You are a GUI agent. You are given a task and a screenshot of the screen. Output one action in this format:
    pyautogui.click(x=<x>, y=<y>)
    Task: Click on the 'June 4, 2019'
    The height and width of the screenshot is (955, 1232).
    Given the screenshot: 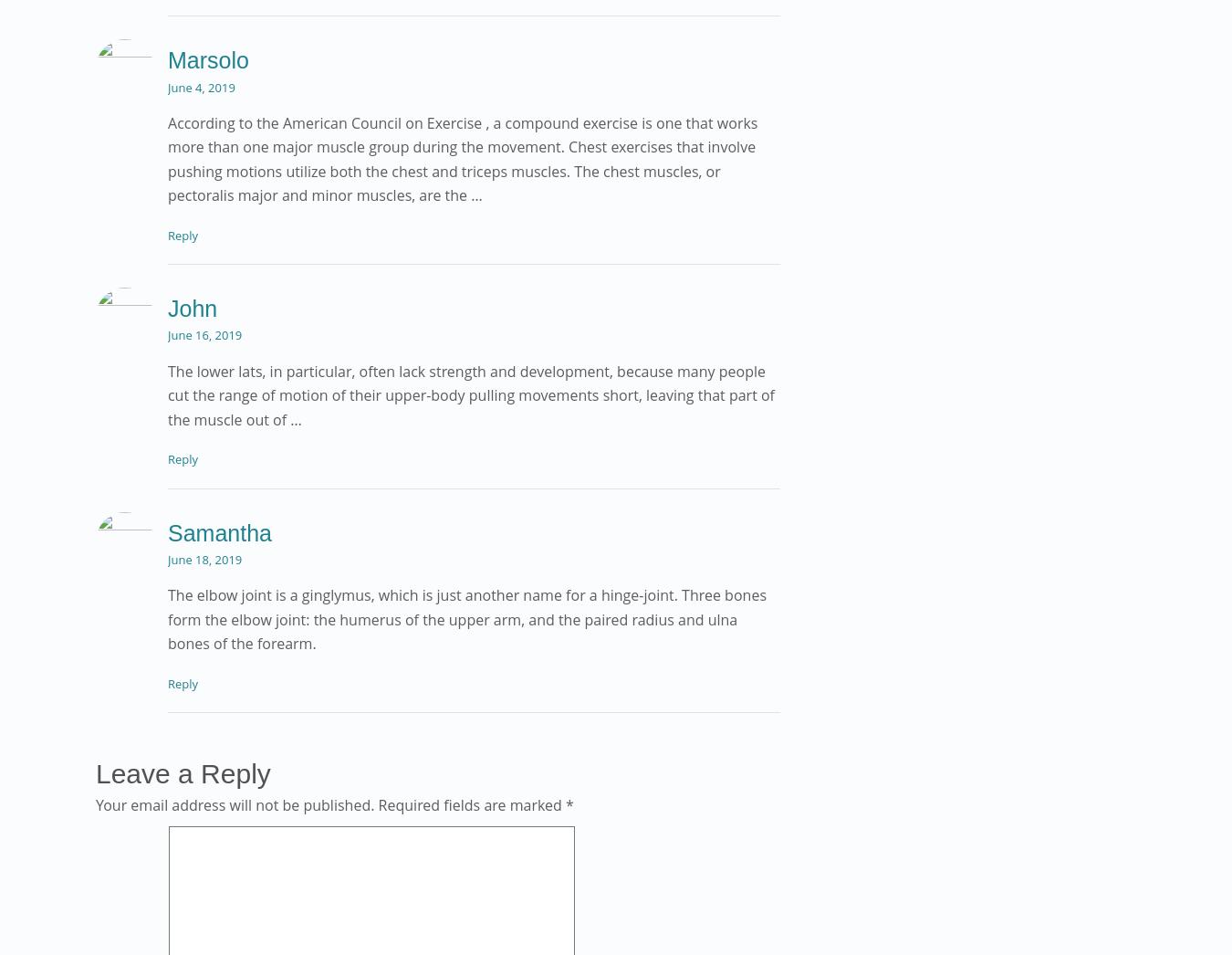 What is the action you would take?
    pyautogui.click(x=168, y=86)
    